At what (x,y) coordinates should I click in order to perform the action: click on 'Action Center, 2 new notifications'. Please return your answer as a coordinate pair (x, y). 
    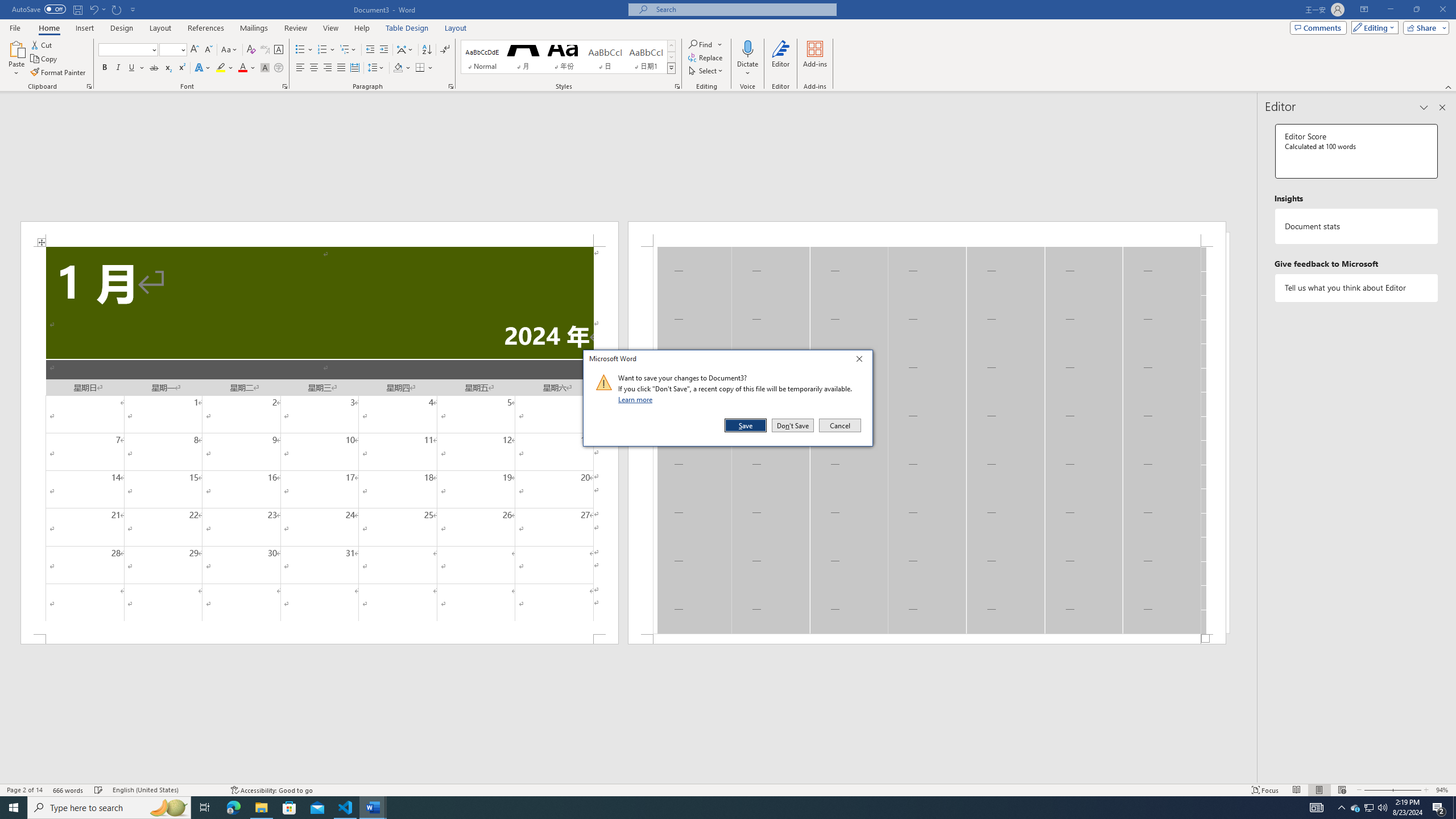
    Looking at the image, I should click on (1439, 806).